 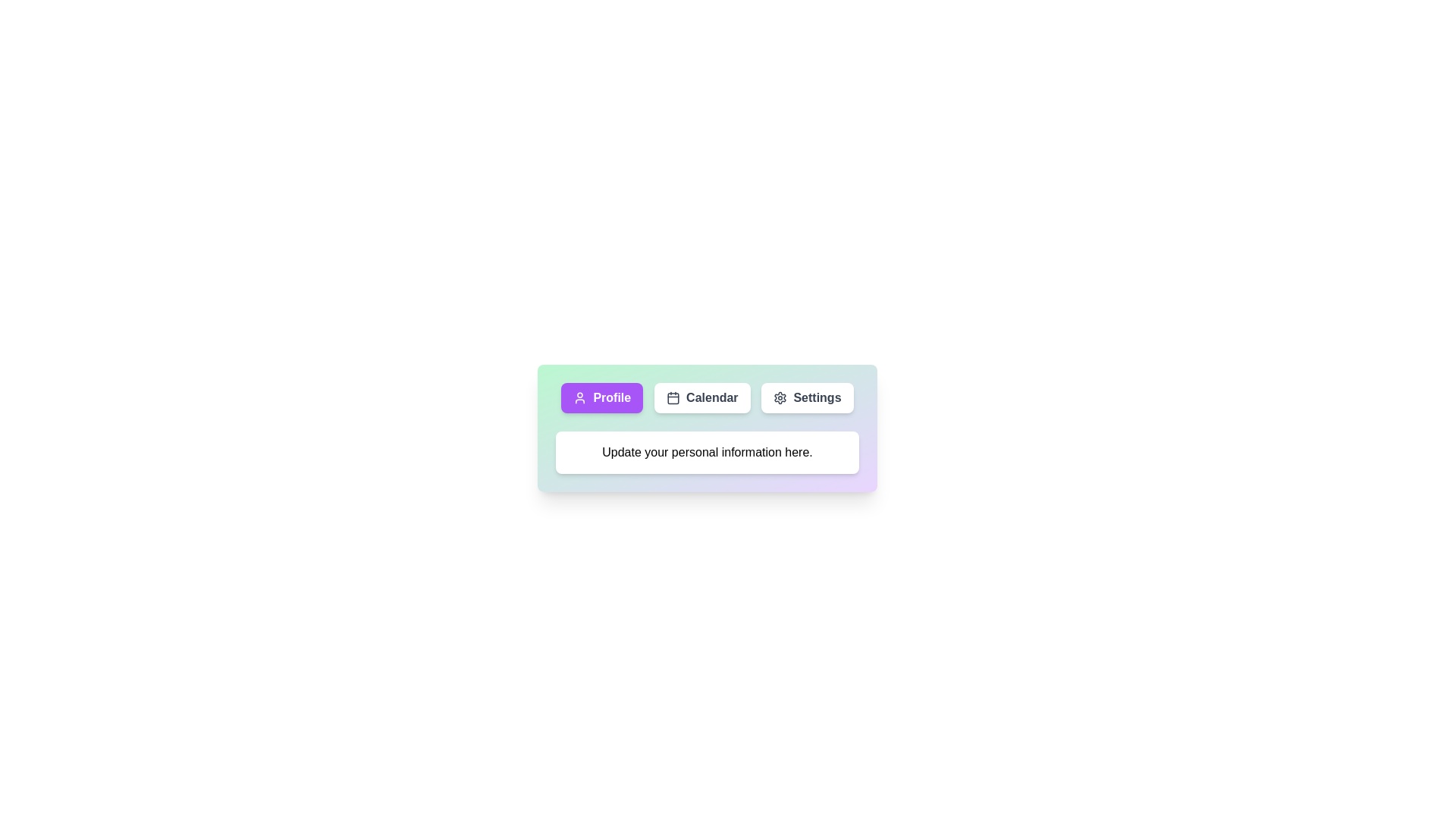 I want to click on the first button labeled 'Profile' located at the bottom-center of the interface to observe related effects like scaling, so click(x=601, y=397).